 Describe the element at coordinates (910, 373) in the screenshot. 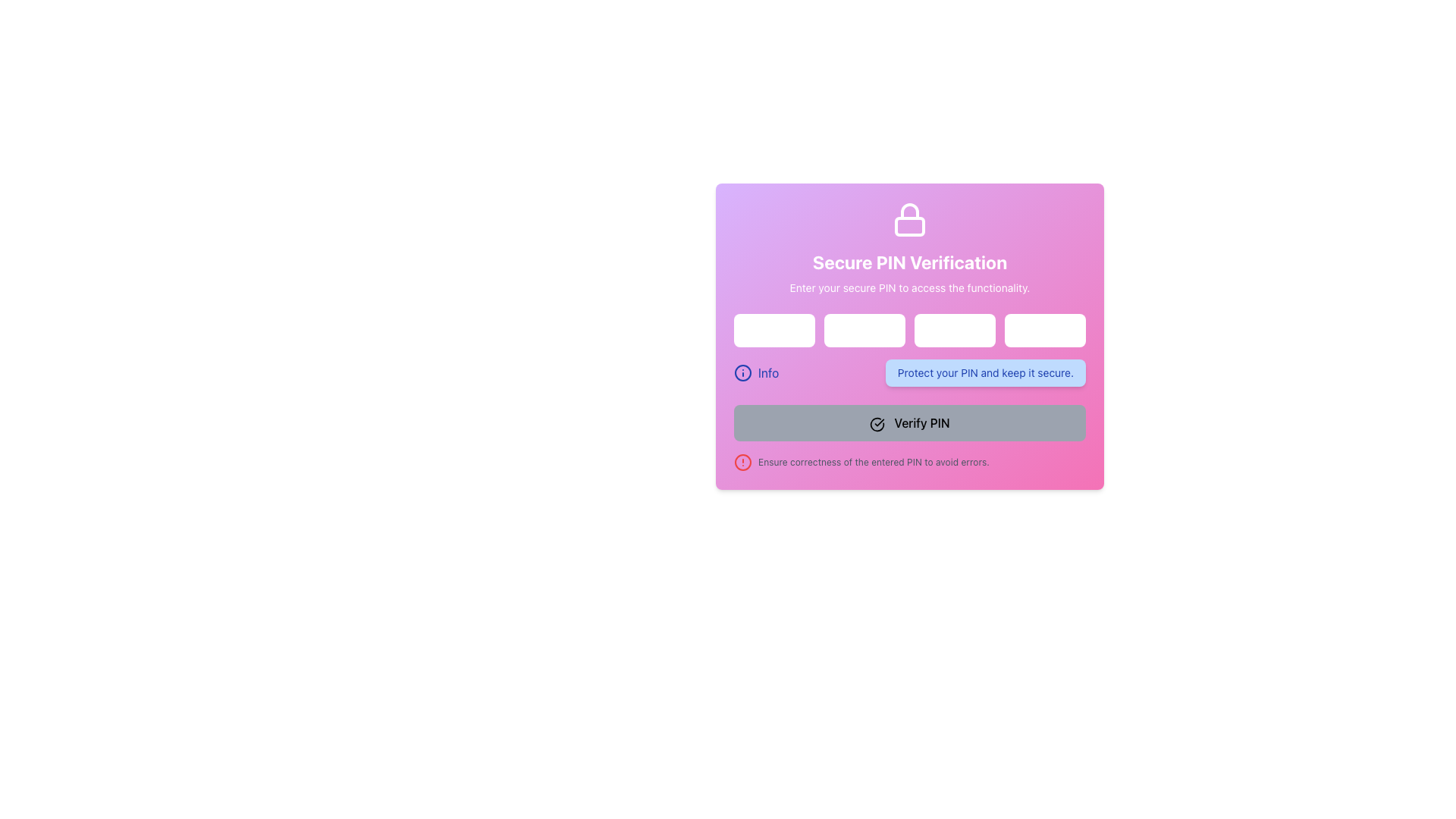

I see `the 'Info' icon or text located within the rectangular blue box containing the text 'Protect your PIN and keep it secure.'` at that location.